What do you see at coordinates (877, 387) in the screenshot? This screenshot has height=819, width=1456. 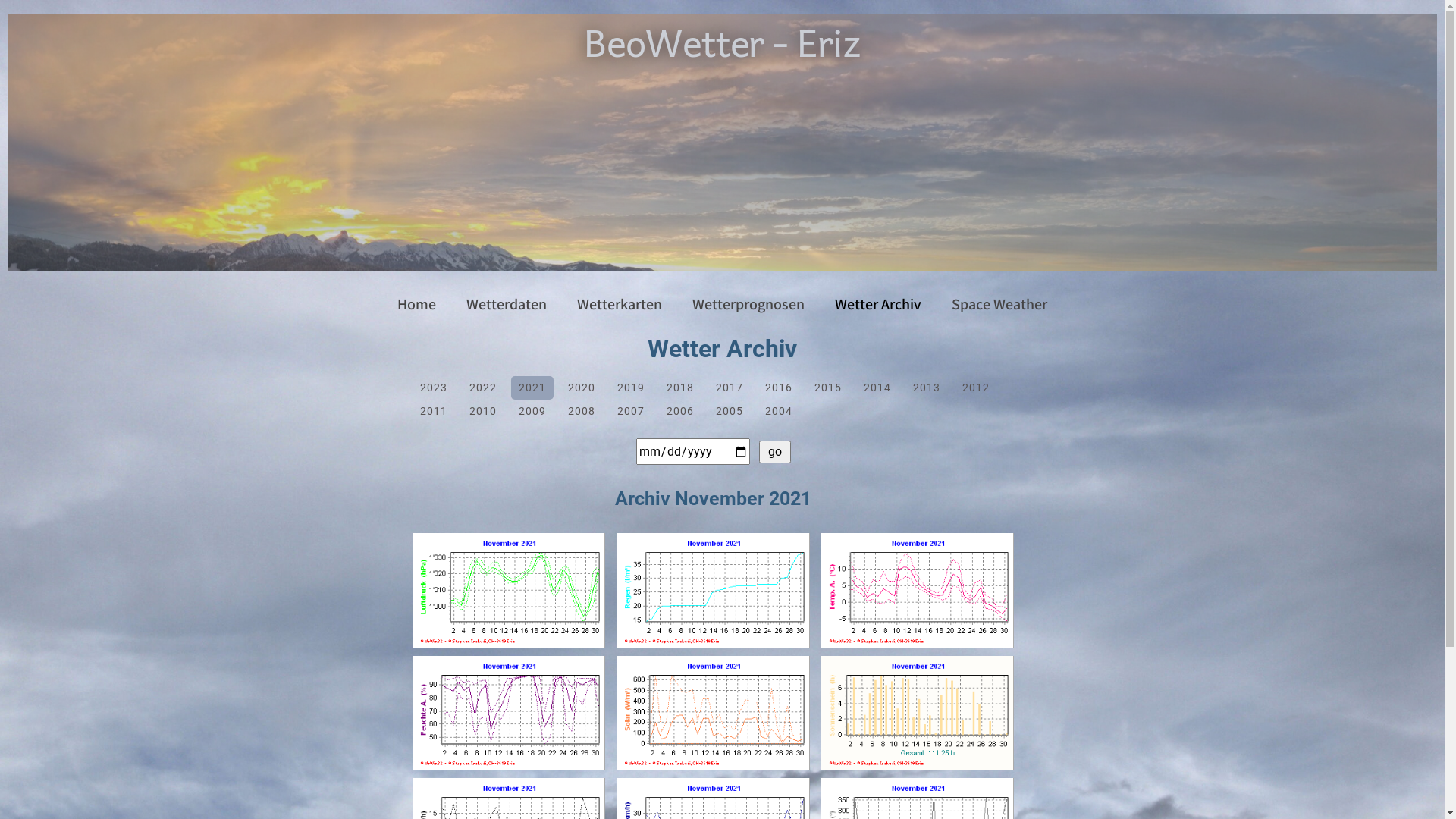 I see `'2014'` at bounding box center [877, 387].